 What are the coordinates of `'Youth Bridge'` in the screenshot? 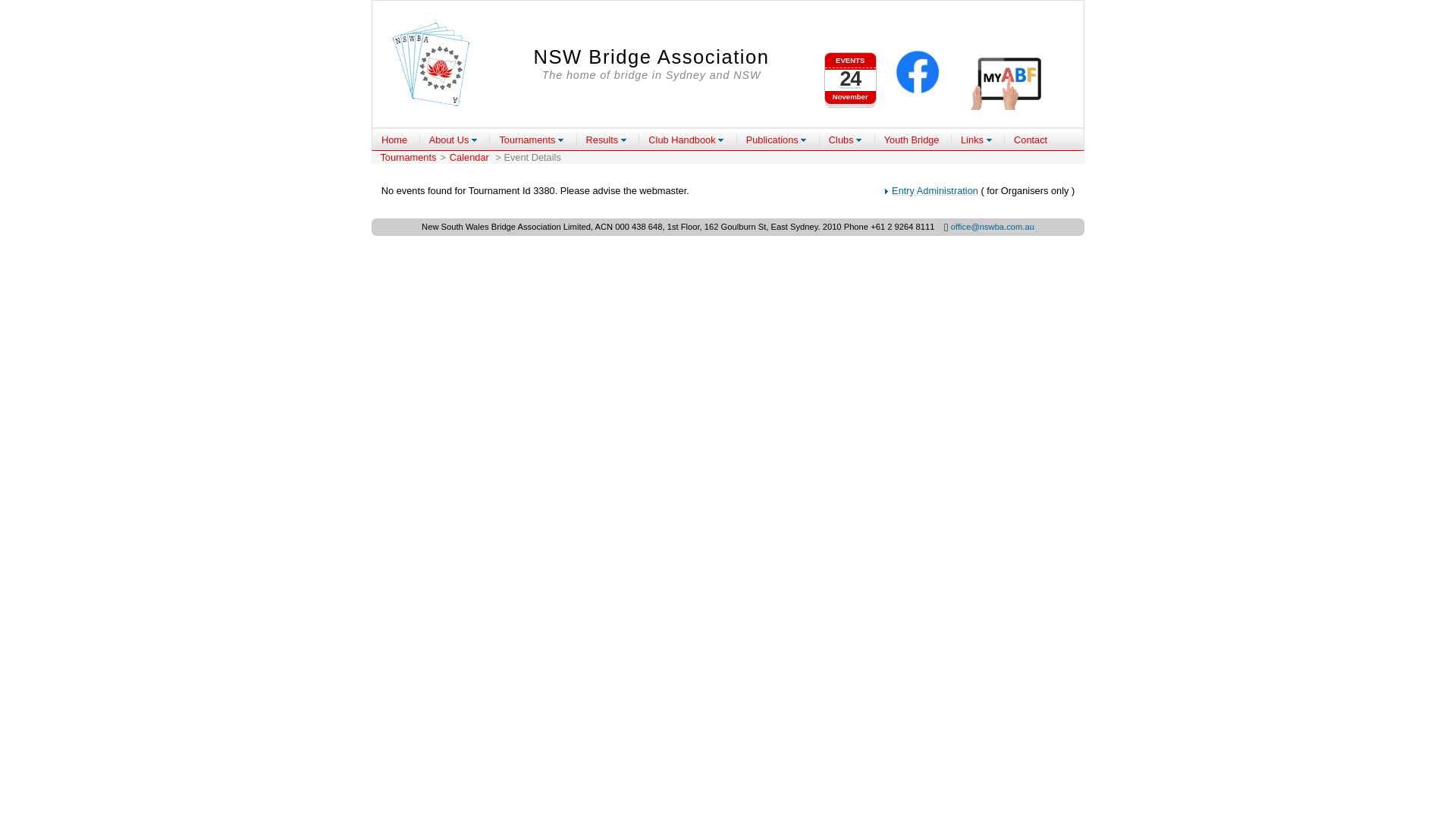 It's located at (911, 140).